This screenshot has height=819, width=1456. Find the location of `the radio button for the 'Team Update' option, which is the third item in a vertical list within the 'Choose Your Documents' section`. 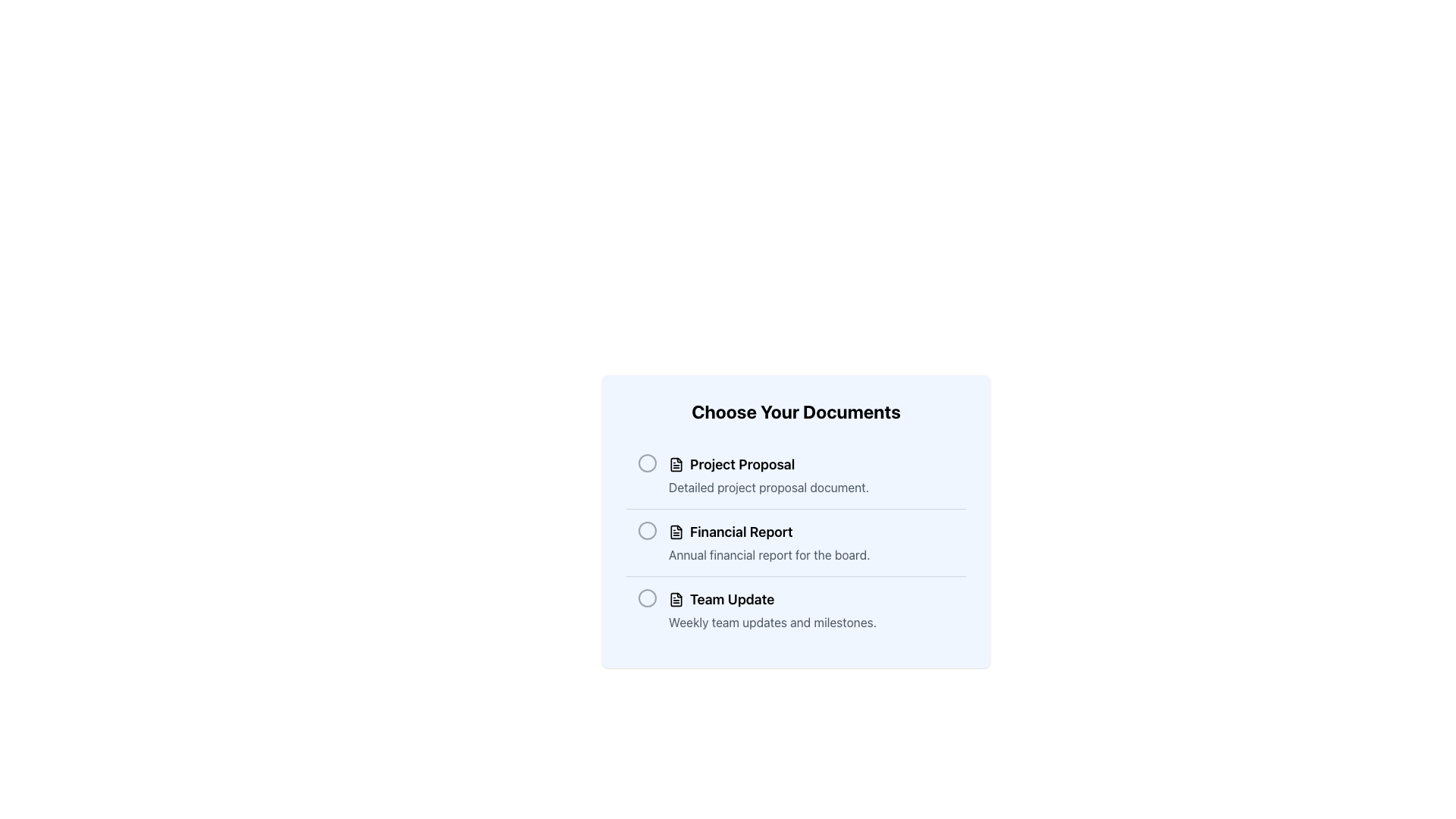

the radio button for the 'Team Update' option, which is the third item in a vertical list within the 'Choose Your Documents' section is located at coordinates (795, 610).